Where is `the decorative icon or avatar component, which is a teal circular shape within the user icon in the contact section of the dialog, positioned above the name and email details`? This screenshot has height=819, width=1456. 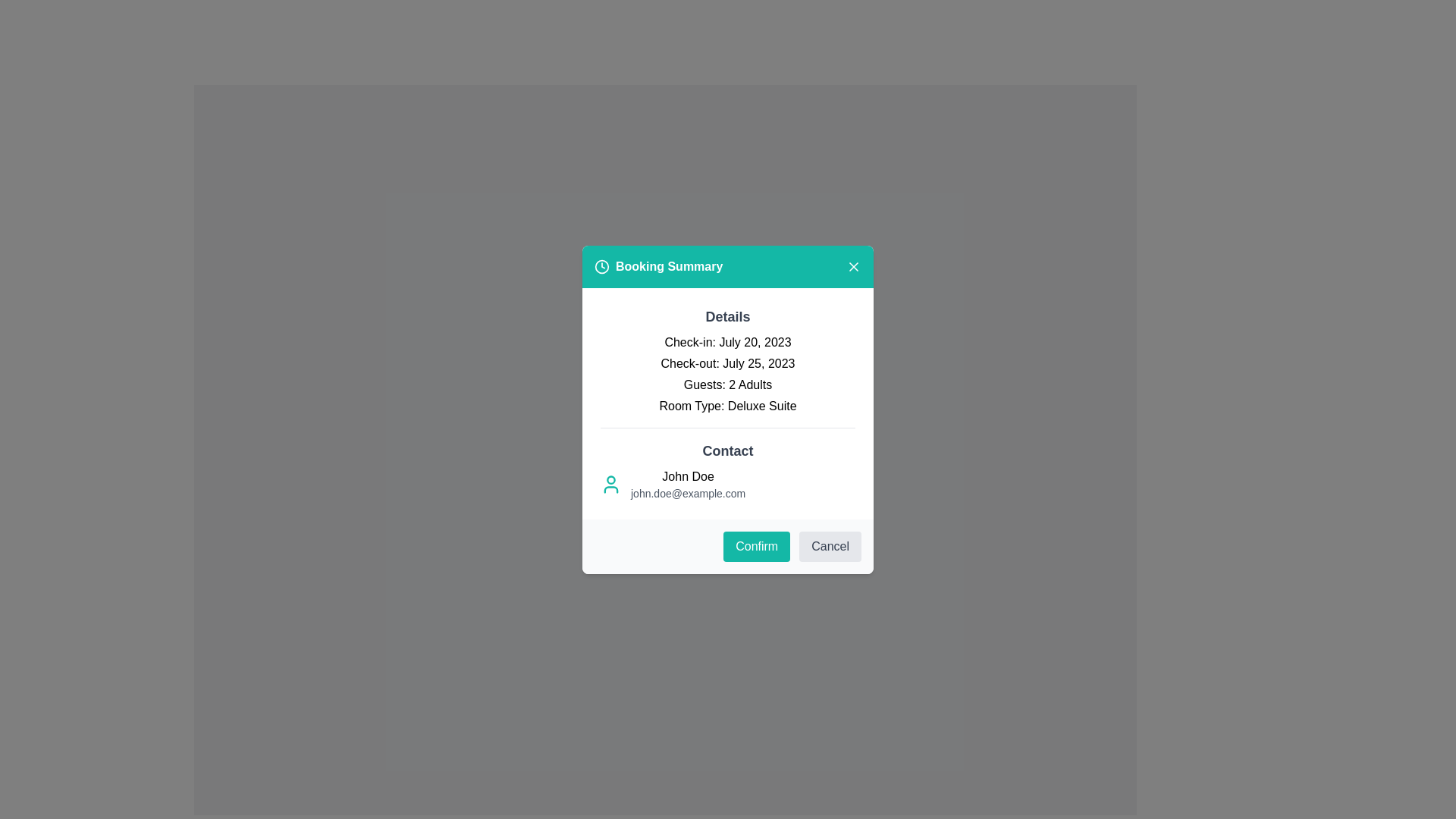 the decorative icon or avatar component, which is a teal circular shape within the user icon in the contact section of the dialog, positioned above the name and email details is located at coordinates (611, 479).